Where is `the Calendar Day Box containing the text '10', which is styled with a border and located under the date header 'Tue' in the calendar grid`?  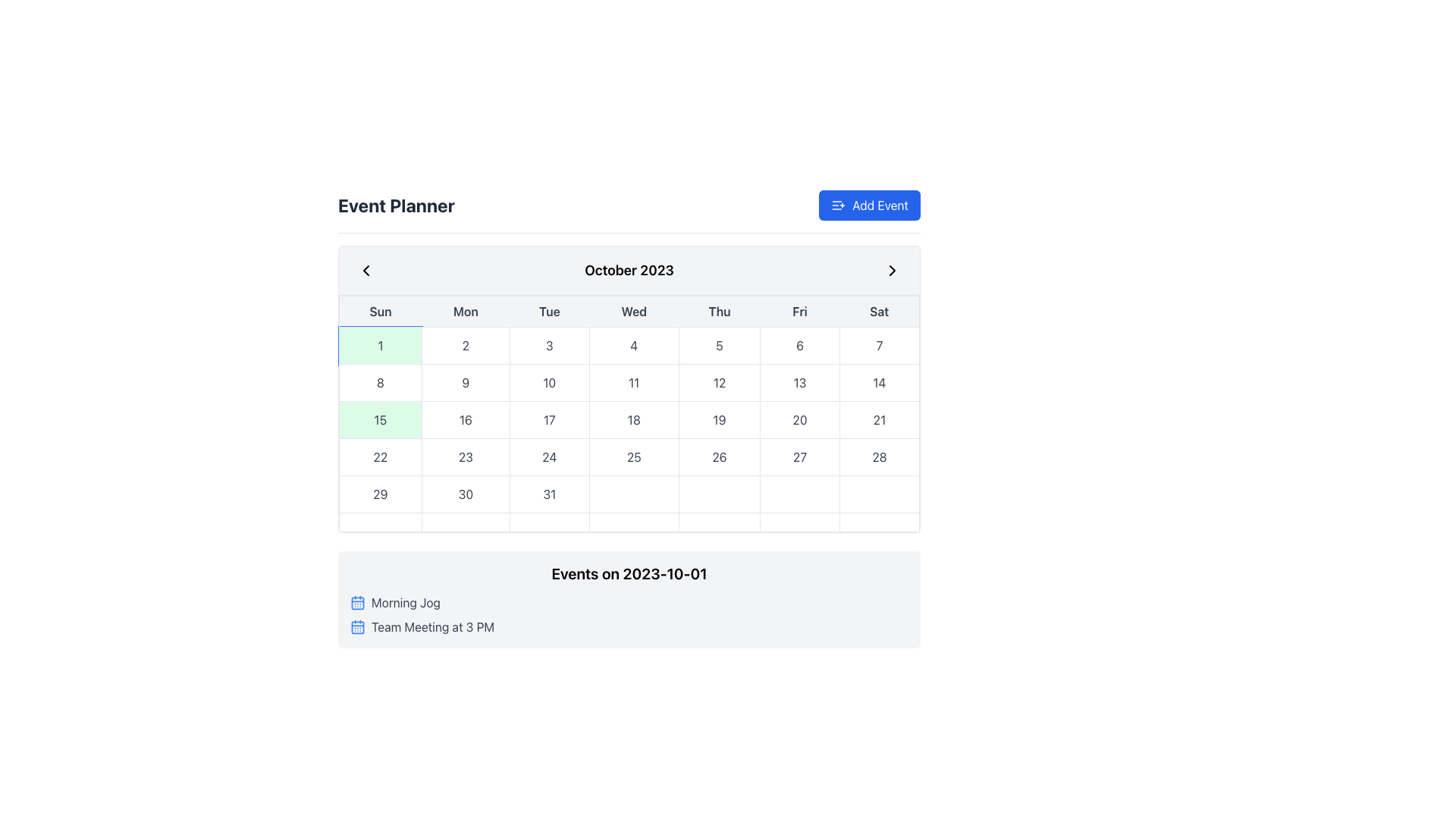 the Calendar Day Box containing the text '10', which is styled with a border and located under the date header 'Tue' in the calendar grid is located at coordinates (548, 382).